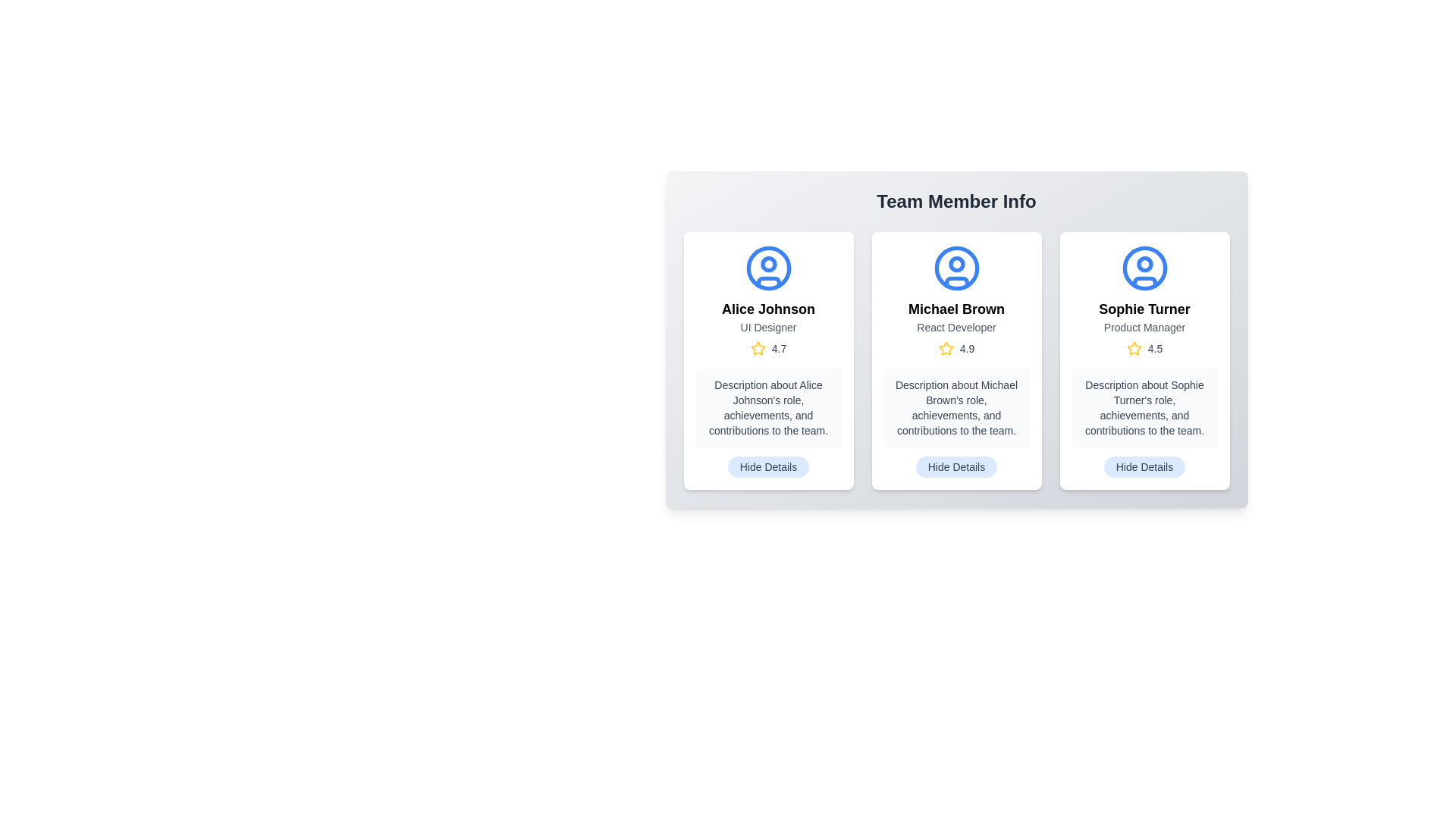 The width and height of the screenshot is (1456, 819). What do you see at coordinates (768, 348) in the screenshot?
I see `rating text '4.7' and interpret the graphical star representation of the rating display for 'Alice Johnson'` at bounding box center [768, 348].